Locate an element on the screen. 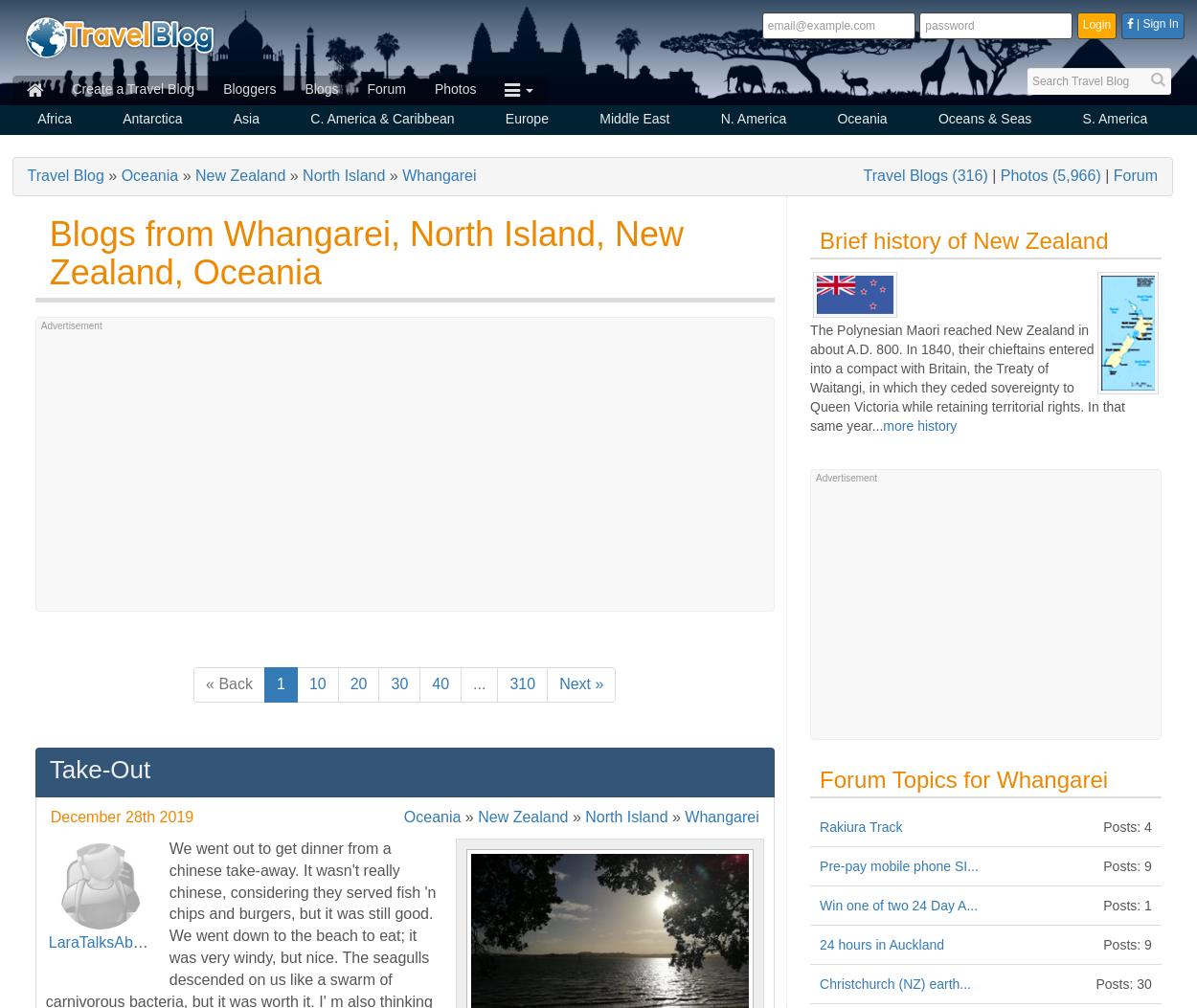  'Oceans & Seas' is located at coordinates (984, 119).